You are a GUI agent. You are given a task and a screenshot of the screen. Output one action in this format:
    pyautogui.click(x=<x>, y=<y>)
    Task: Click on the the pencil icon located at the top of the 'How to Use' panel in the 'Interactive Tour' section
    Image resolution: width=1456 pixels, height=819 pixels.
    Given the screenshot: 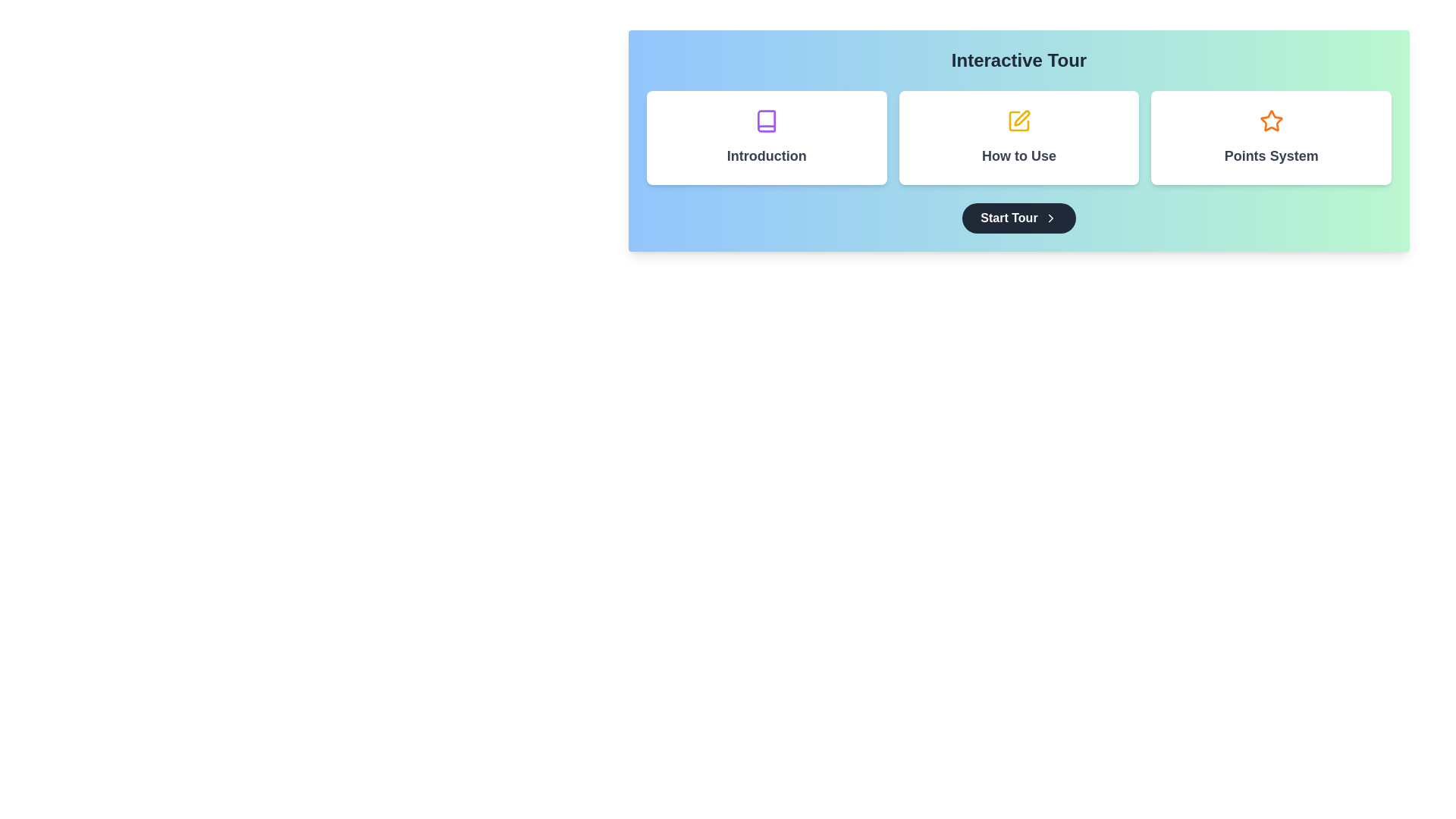 What is the action you would take?
    pyautogui.click(x=1019, y=120)
    